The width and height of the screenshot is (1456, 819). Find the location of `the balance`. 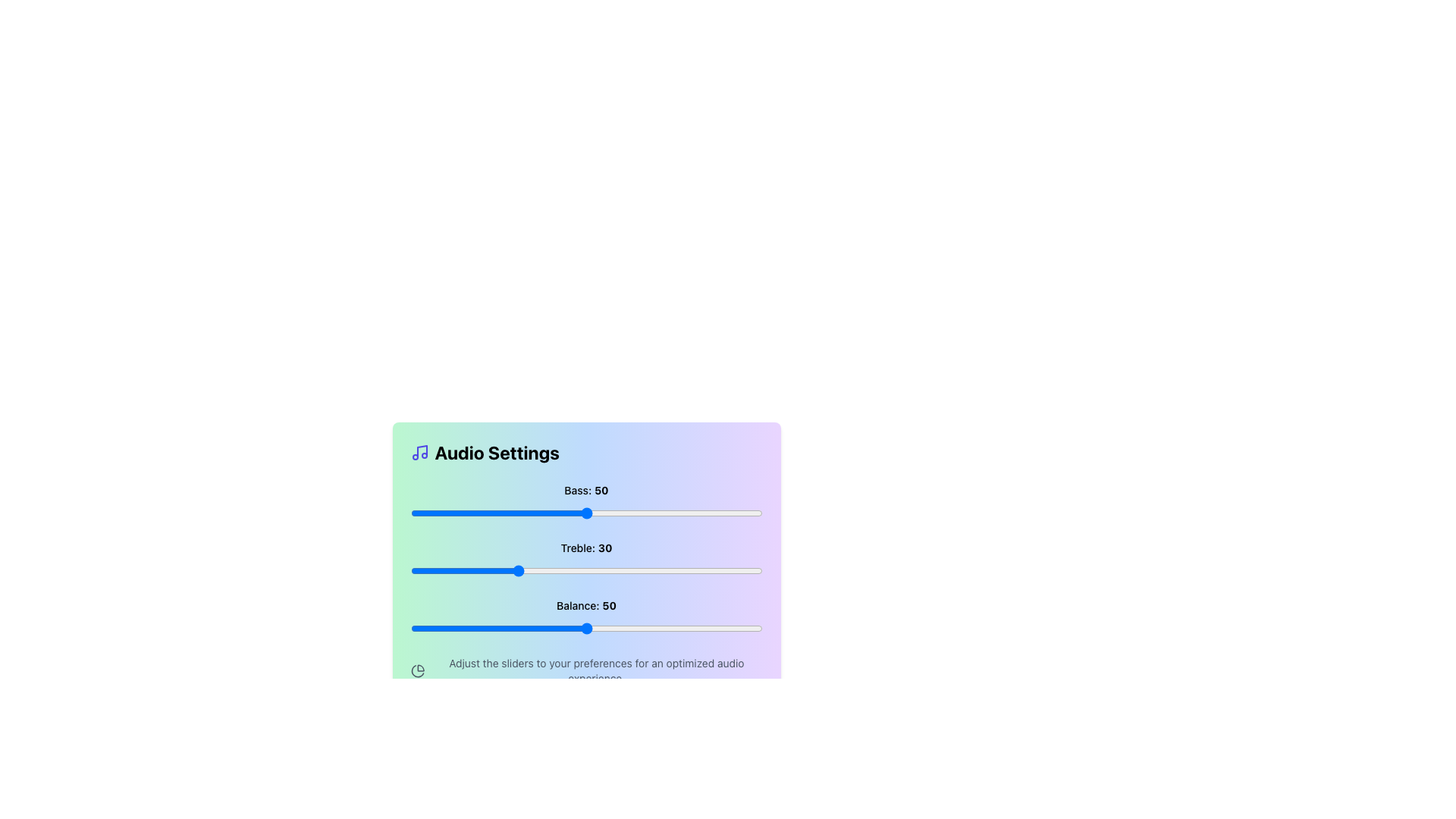

the balance is located at coordinates (726, 629).